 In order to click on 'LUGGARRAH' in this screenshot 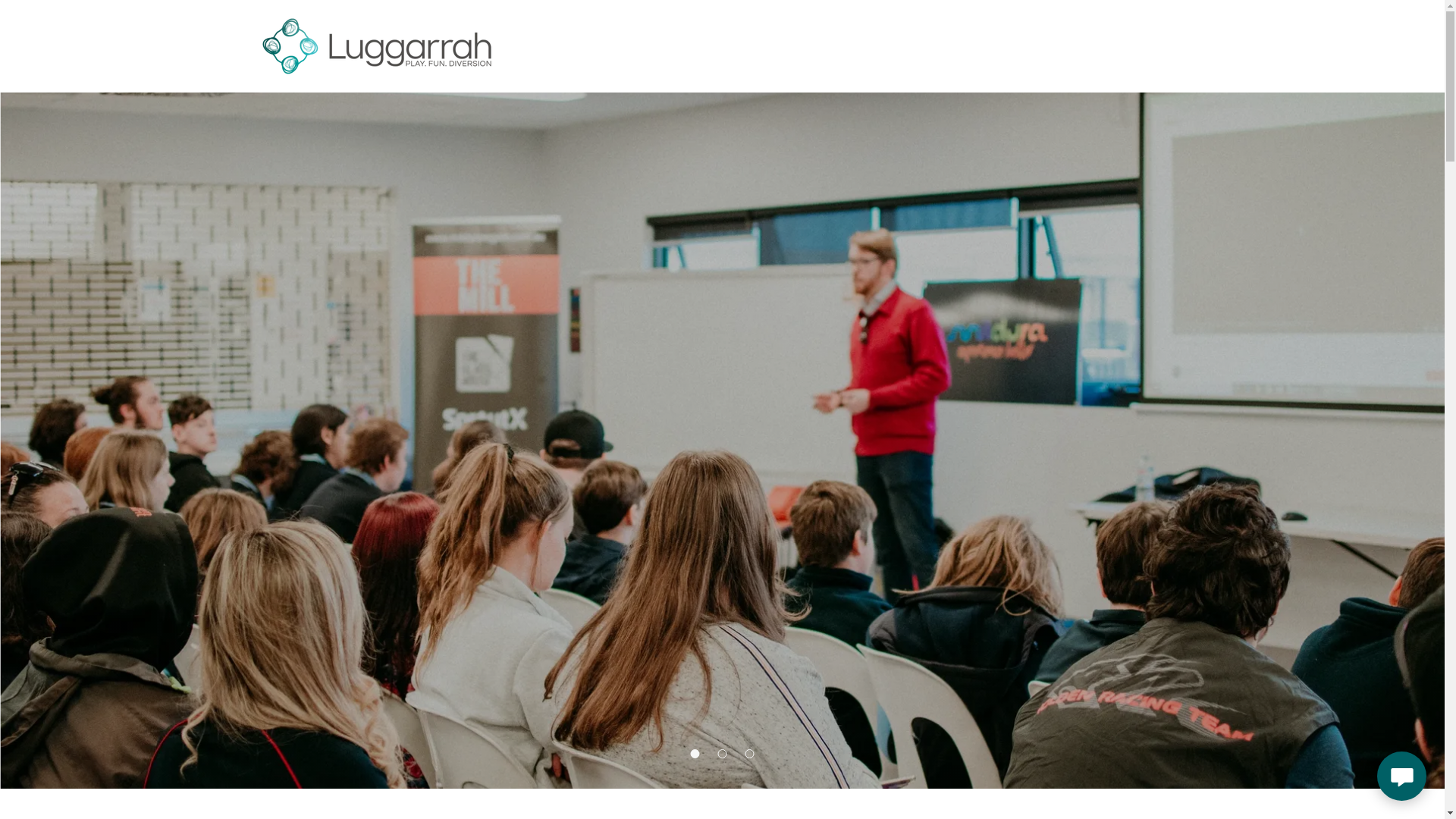, I will do `click(375, 42)`.